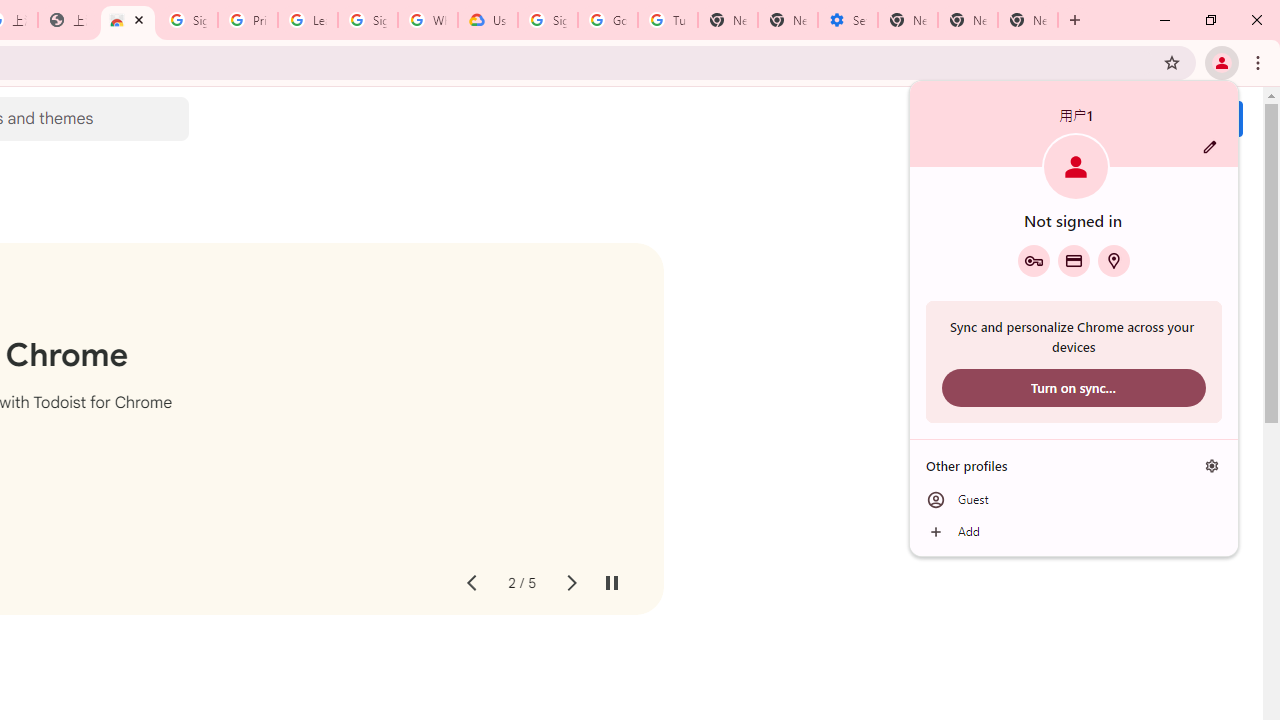  I want to click on 'Google Password Manager', so click(1033, 260).